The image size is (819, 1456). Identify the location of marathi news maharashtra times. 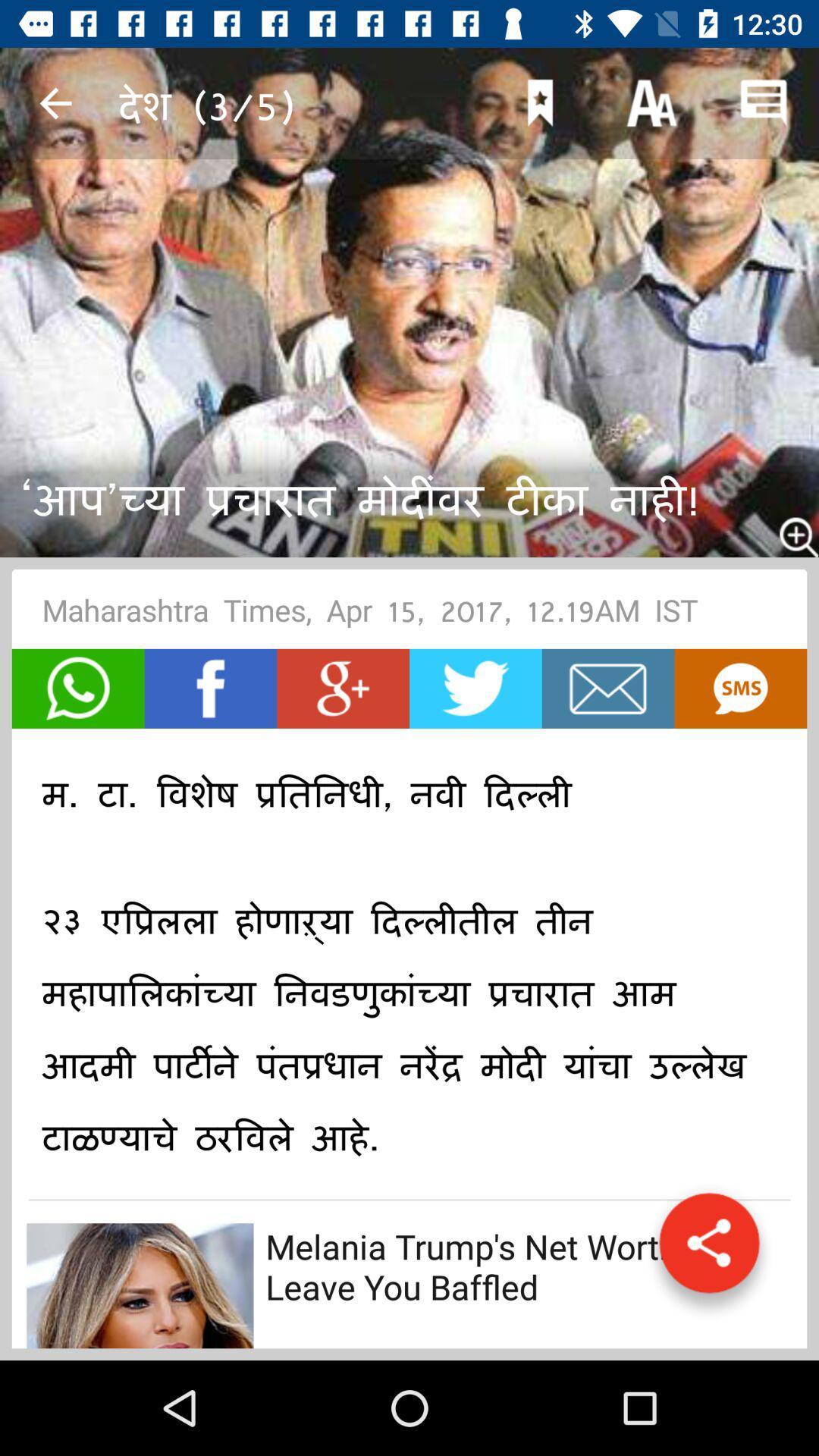
(210, 688).